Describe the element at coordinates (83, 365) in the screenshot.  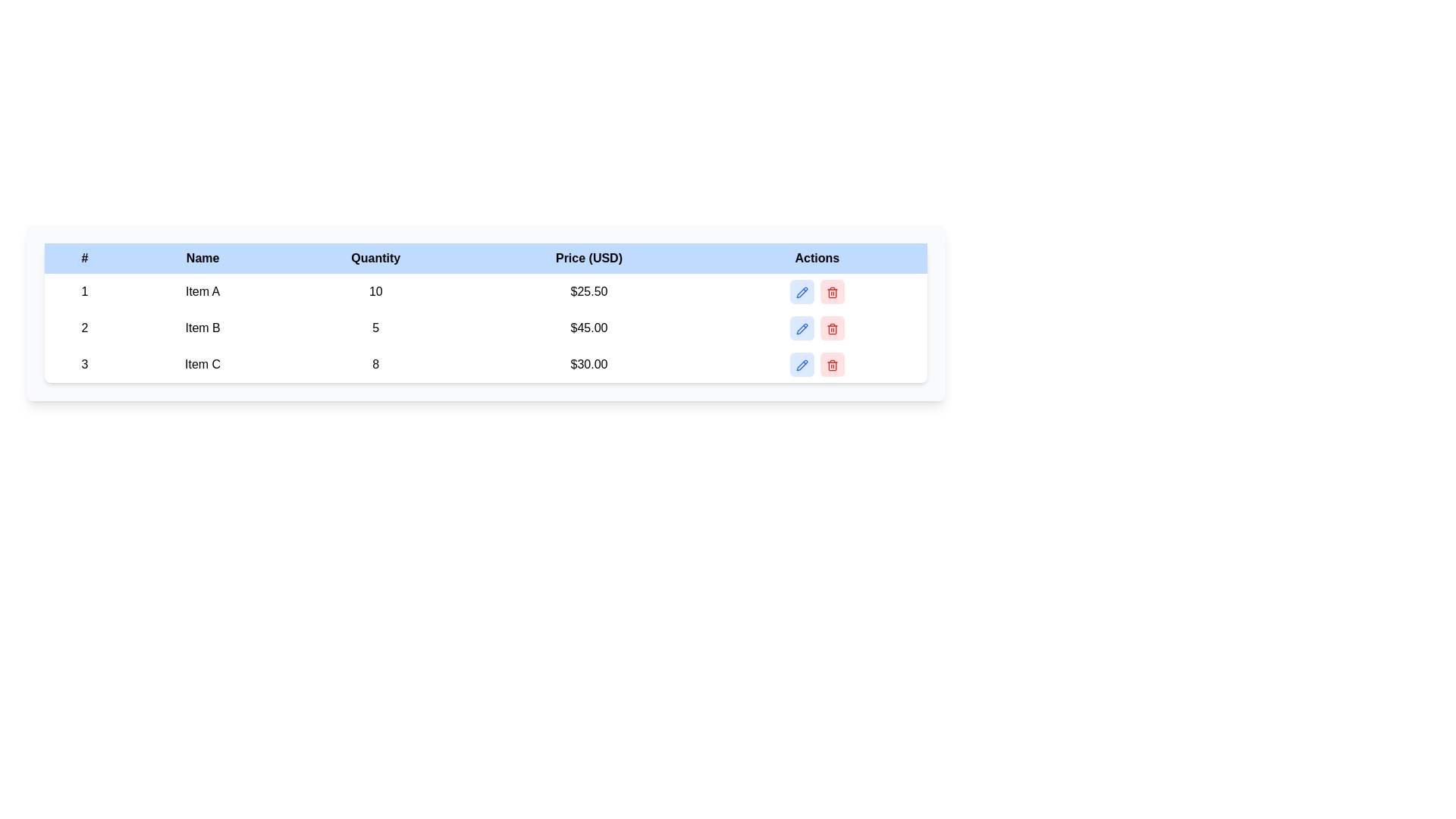
I see `the text display indicating the index number of the third entry ('Item C') in the table, located at the bottom-left of the table` at that location.